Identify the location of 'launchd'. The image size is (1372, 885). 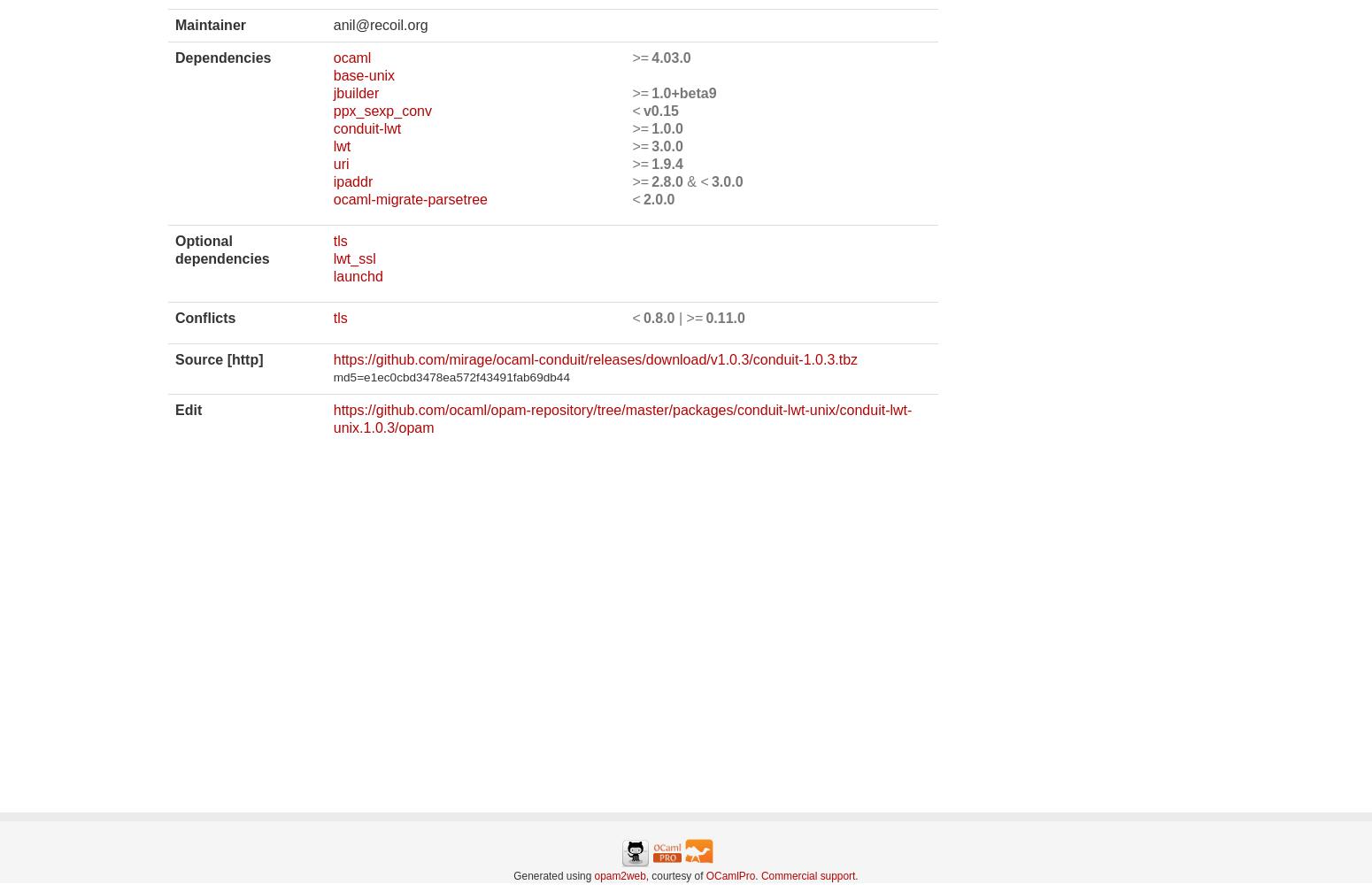
(357, 275).